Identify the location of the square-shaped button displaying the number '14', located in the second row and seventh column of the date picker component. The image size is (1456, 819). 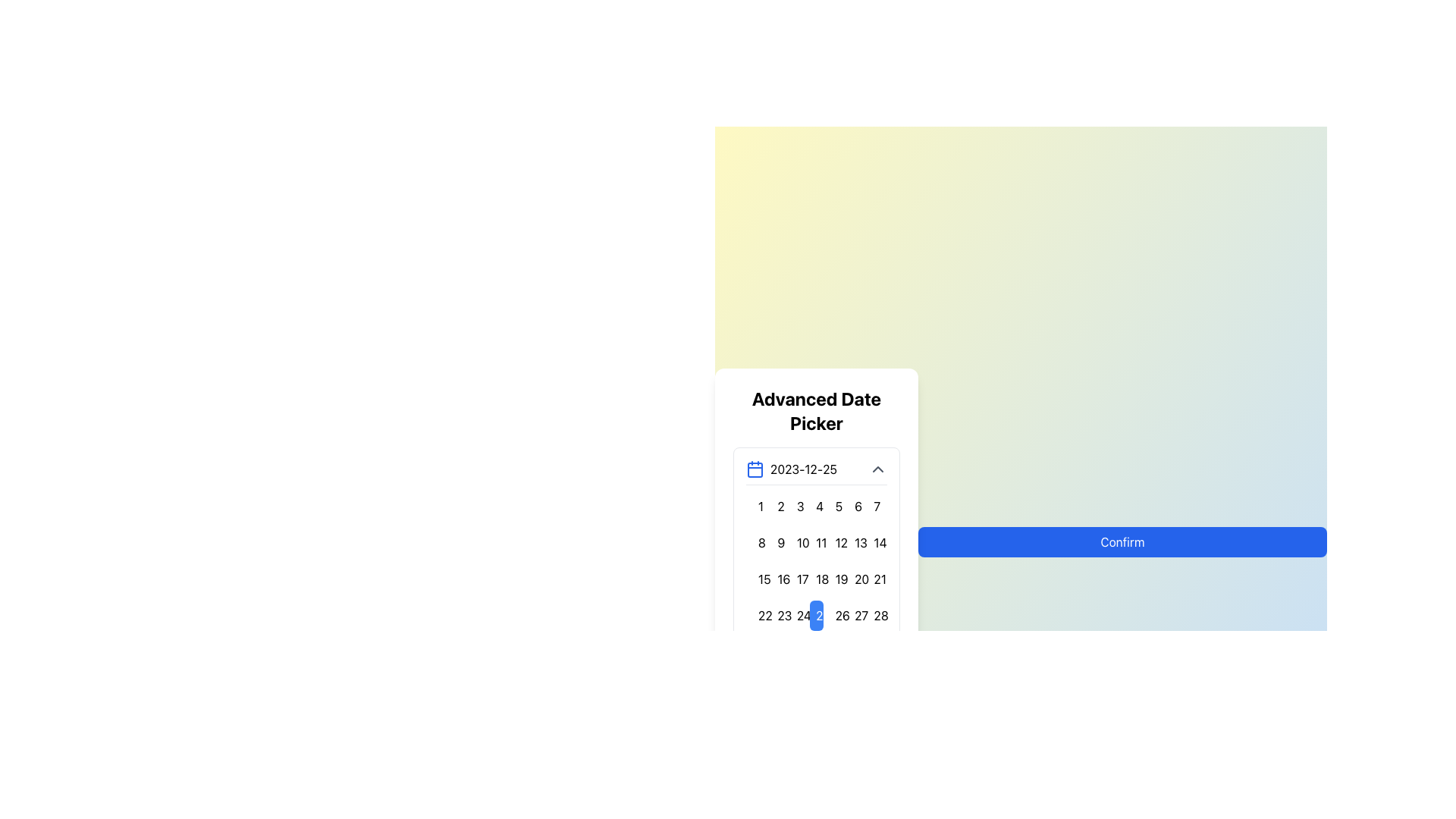
(874, 541).